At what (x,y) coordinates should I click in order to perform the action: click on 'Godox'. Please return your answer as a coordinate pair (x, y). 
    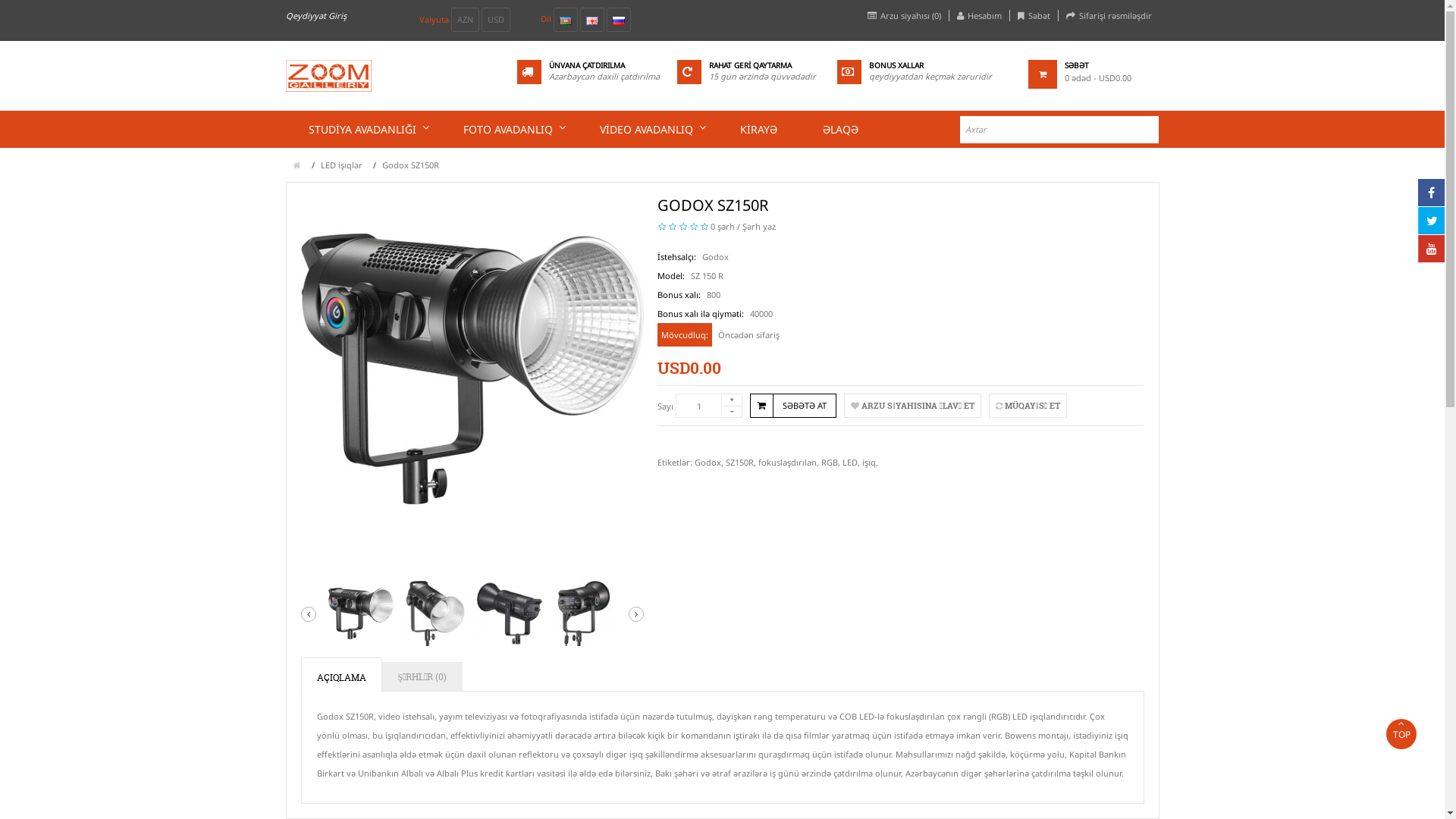
    Looking at the image, I should click on (701, 256).